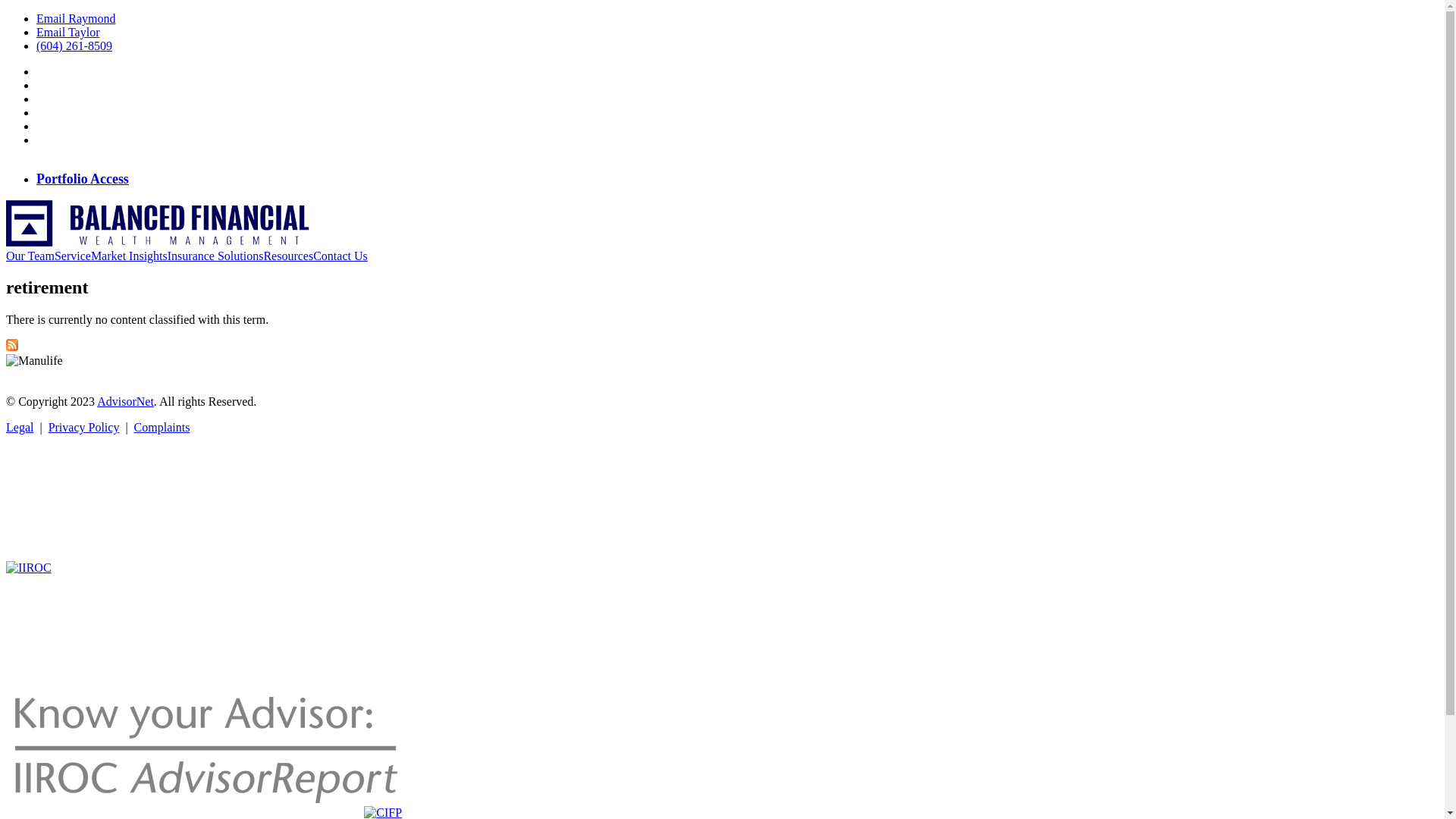 The width and height of the screenshot is (1456, 819). Describe the element at coordinates (340, 256) in the screenshot. I see `'Contact Us'` at that location.